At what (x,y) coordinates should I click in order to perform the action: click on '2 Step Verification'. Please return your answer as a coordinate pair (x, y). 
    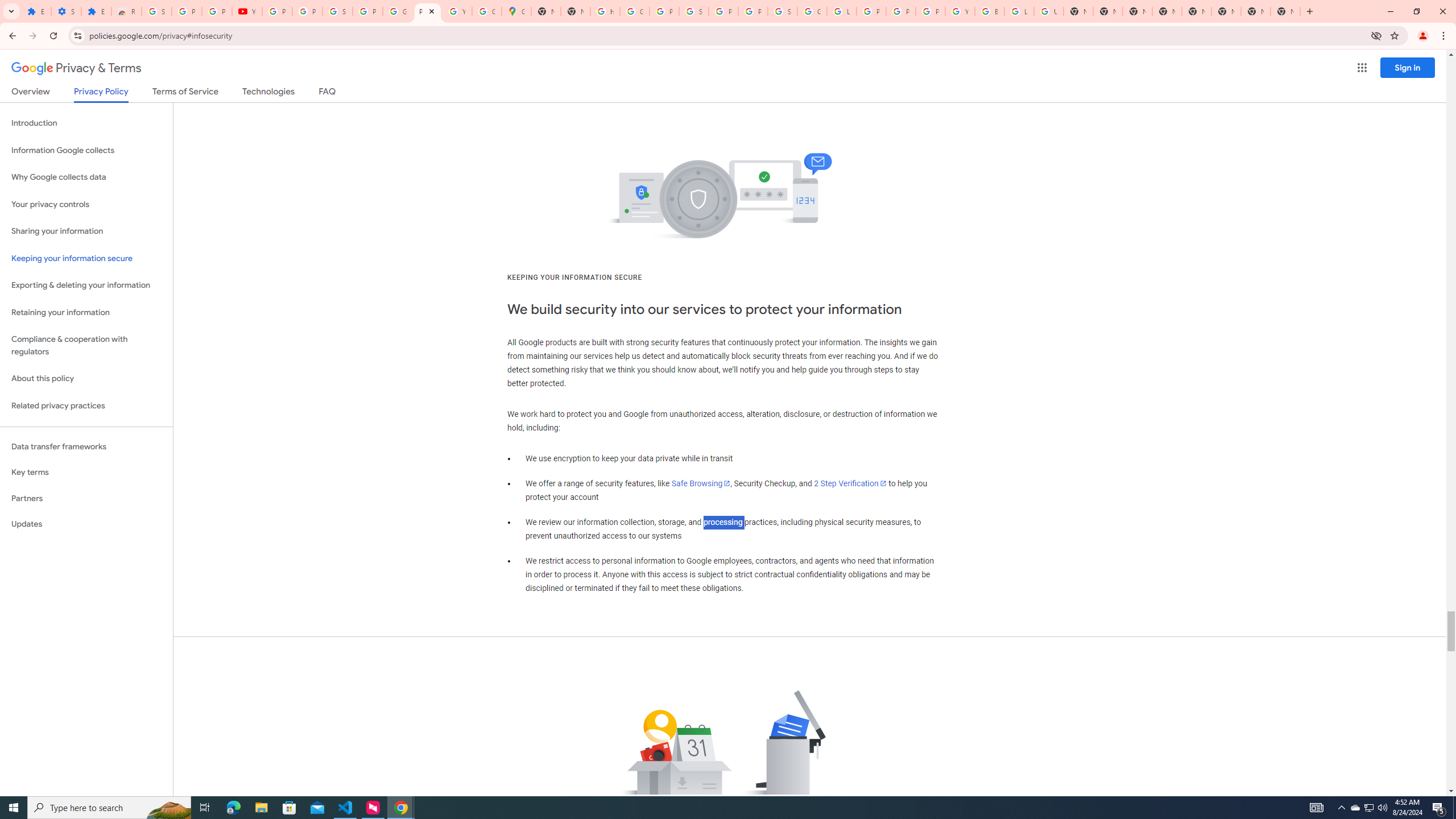
    Looking at the image, I should click on (850, 483).